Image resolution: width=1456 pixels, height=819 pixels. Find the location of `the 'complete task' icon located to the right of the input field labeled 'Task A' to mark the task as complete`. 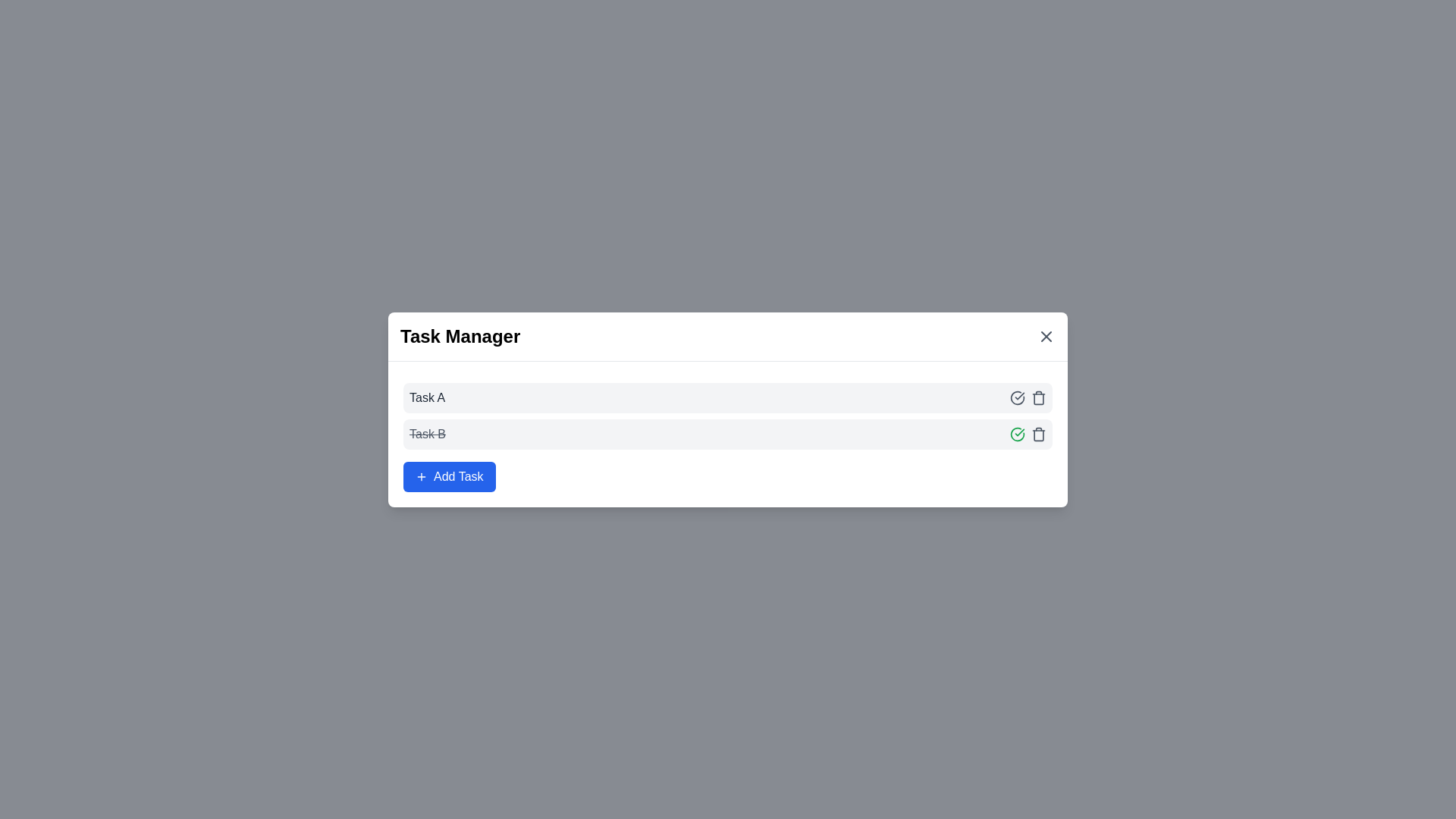

the 'complete task' icon located to the right of the input field labeled 'Task A' to mark the task as complete is located at coordinates (1018, 397).